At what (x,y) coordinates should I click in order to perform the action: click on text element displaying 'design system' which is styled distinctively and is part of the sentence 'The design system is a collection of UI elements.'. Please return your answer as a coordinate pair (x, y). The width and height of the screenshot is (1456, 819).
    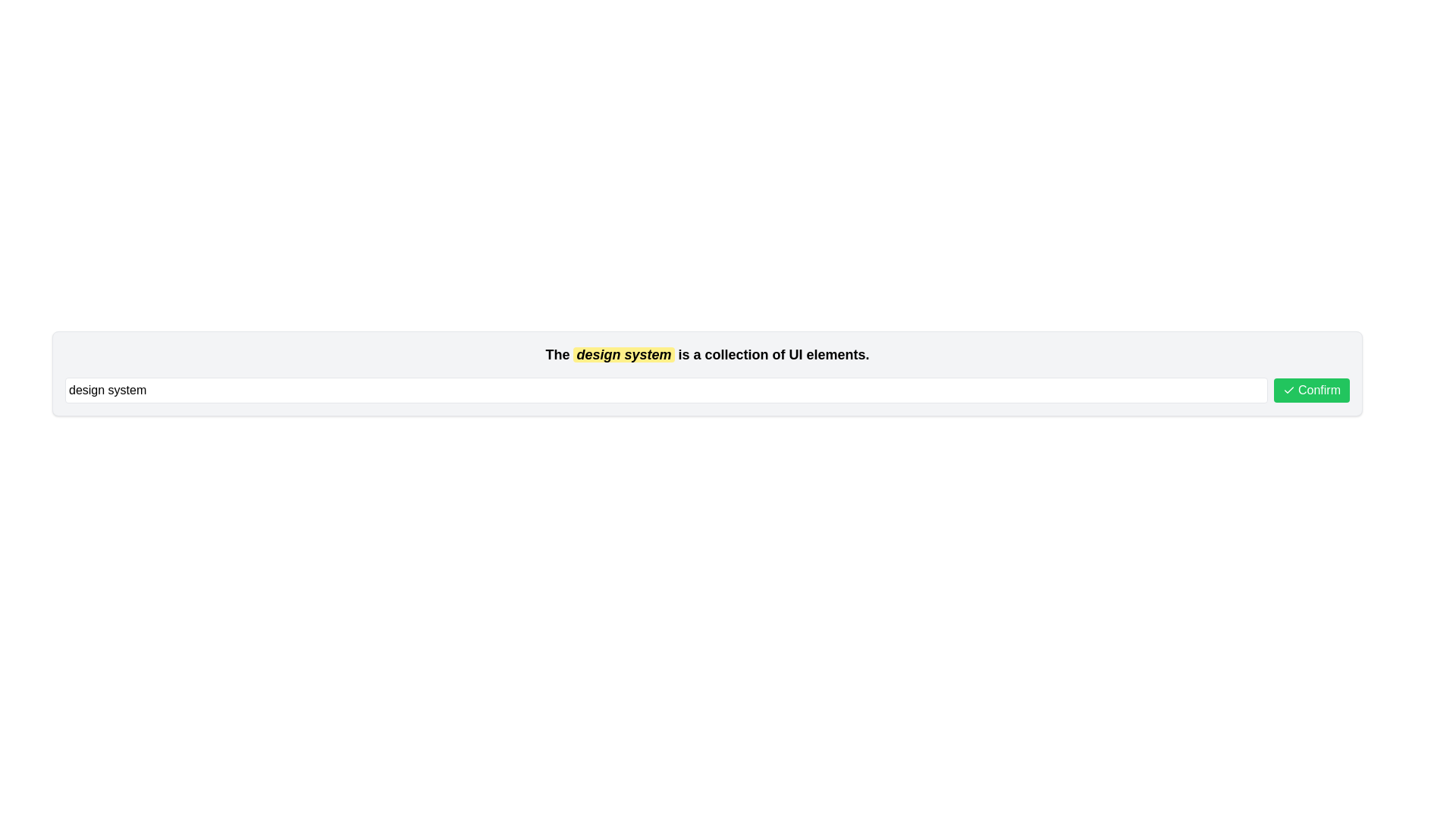
    Looking at the image, I should click on (623, 354).